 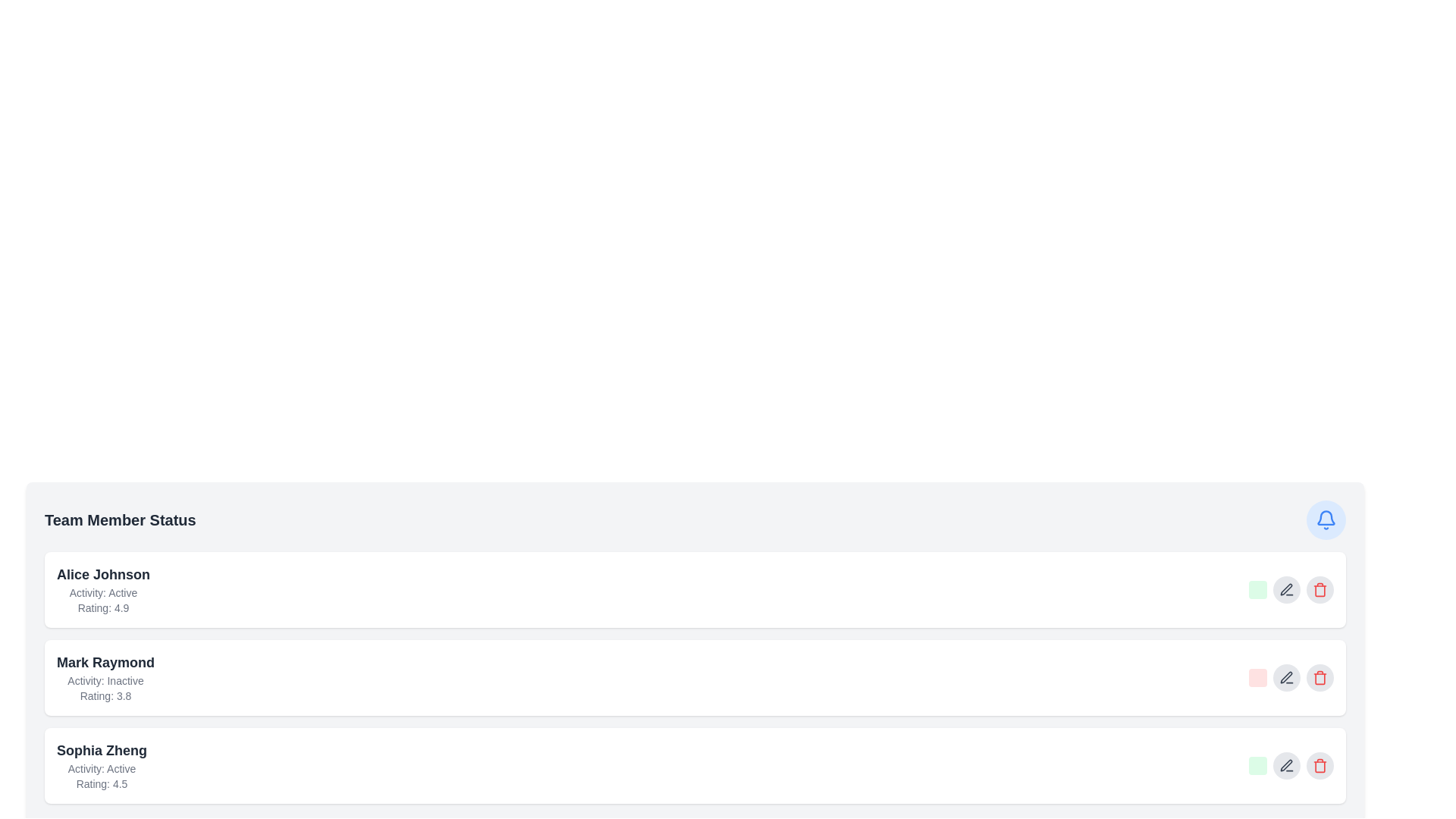 What do you see at coordinates (105, 680) in the screenshot?
I see `the text label element that displays 'Activity: Inactive' below 'Mark Raymond' in the user status card` at bounding box center [105, 680].